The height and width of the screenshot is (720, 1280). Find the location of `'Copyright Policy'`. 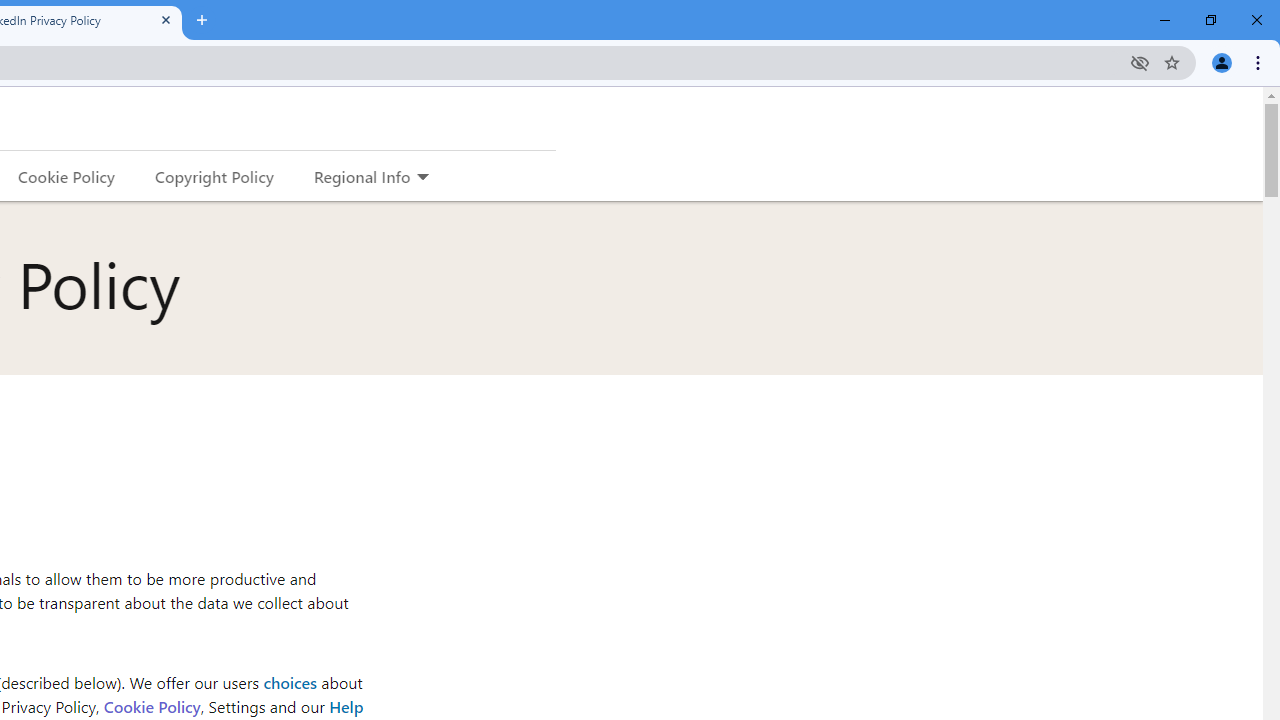

'Copyright Policy' is located at coordinates (213, 175).